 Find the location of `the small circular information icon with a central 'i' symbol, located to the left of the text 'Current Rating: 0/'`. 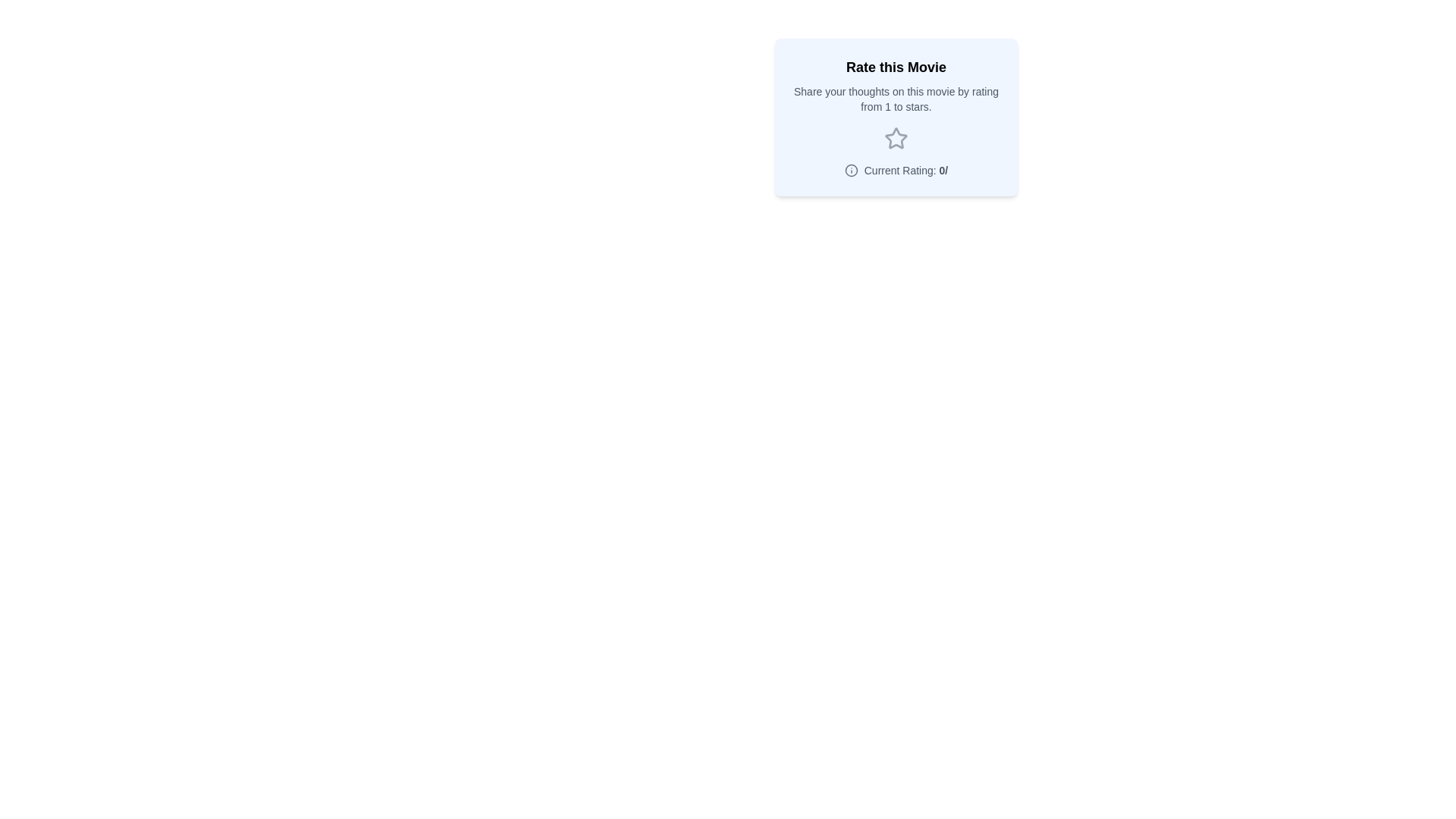

the small circular information icon with a central 'i' symbol, located to the left of the text 'Current Rating: 0/' is located at coordinates (851, 170).